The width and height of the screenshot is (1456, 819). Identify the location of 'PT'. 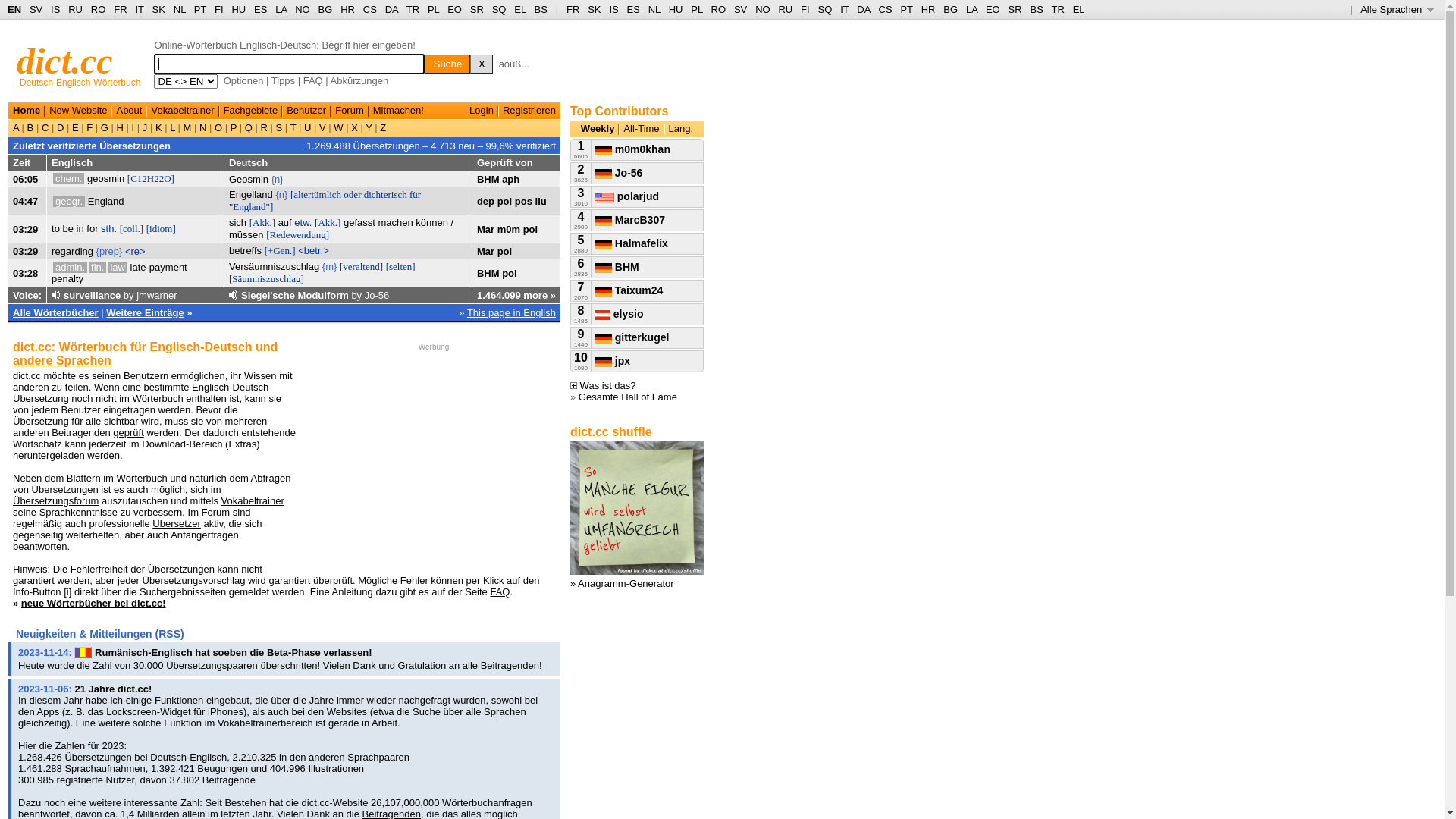
(199, 9).